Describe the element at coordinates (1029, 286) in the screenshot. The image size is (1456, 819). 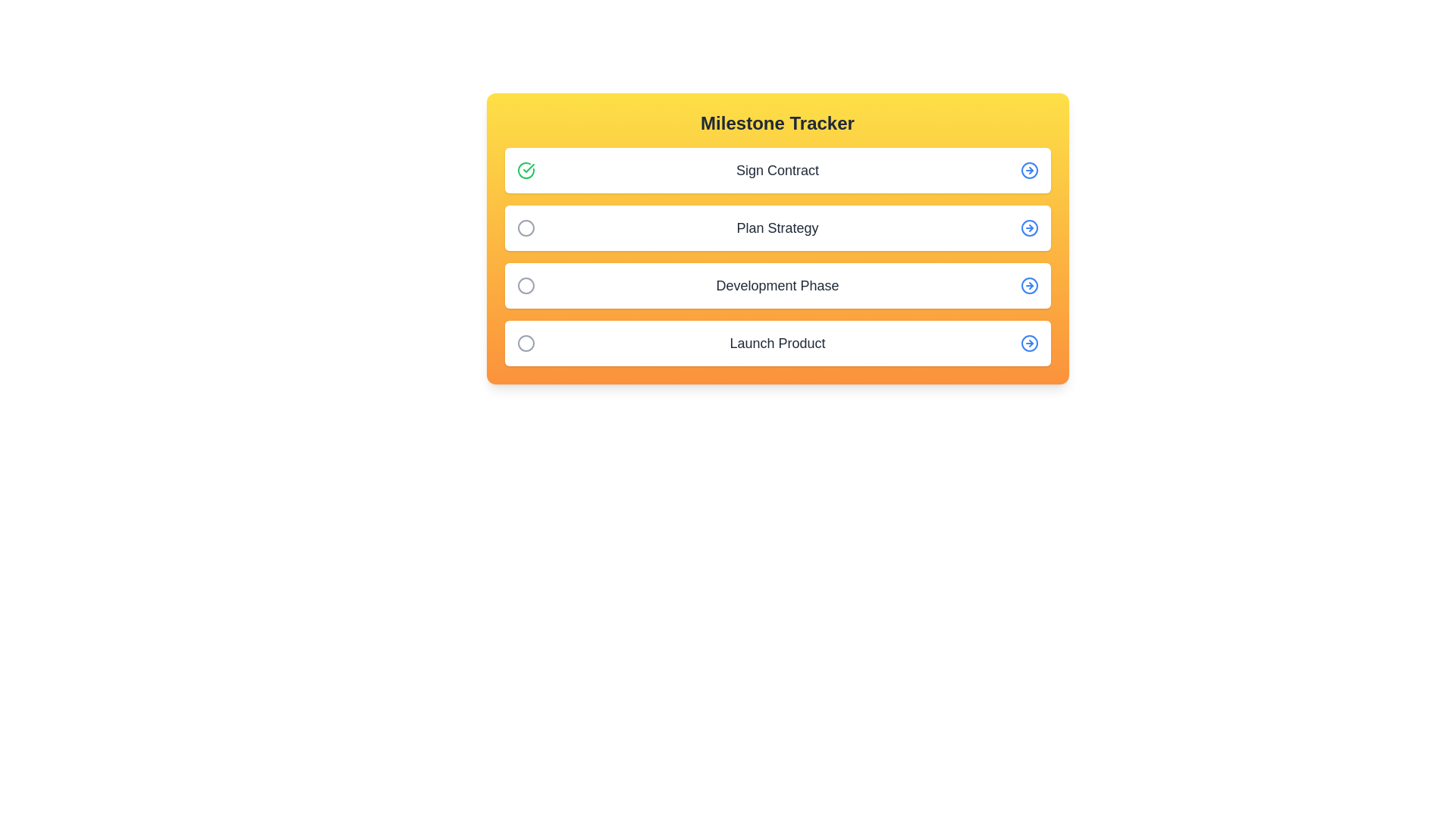
I see `the SVG circle element, which is a circular outline representing a milestone in the 'Development Phase' row of the milestone tracker` at that location.